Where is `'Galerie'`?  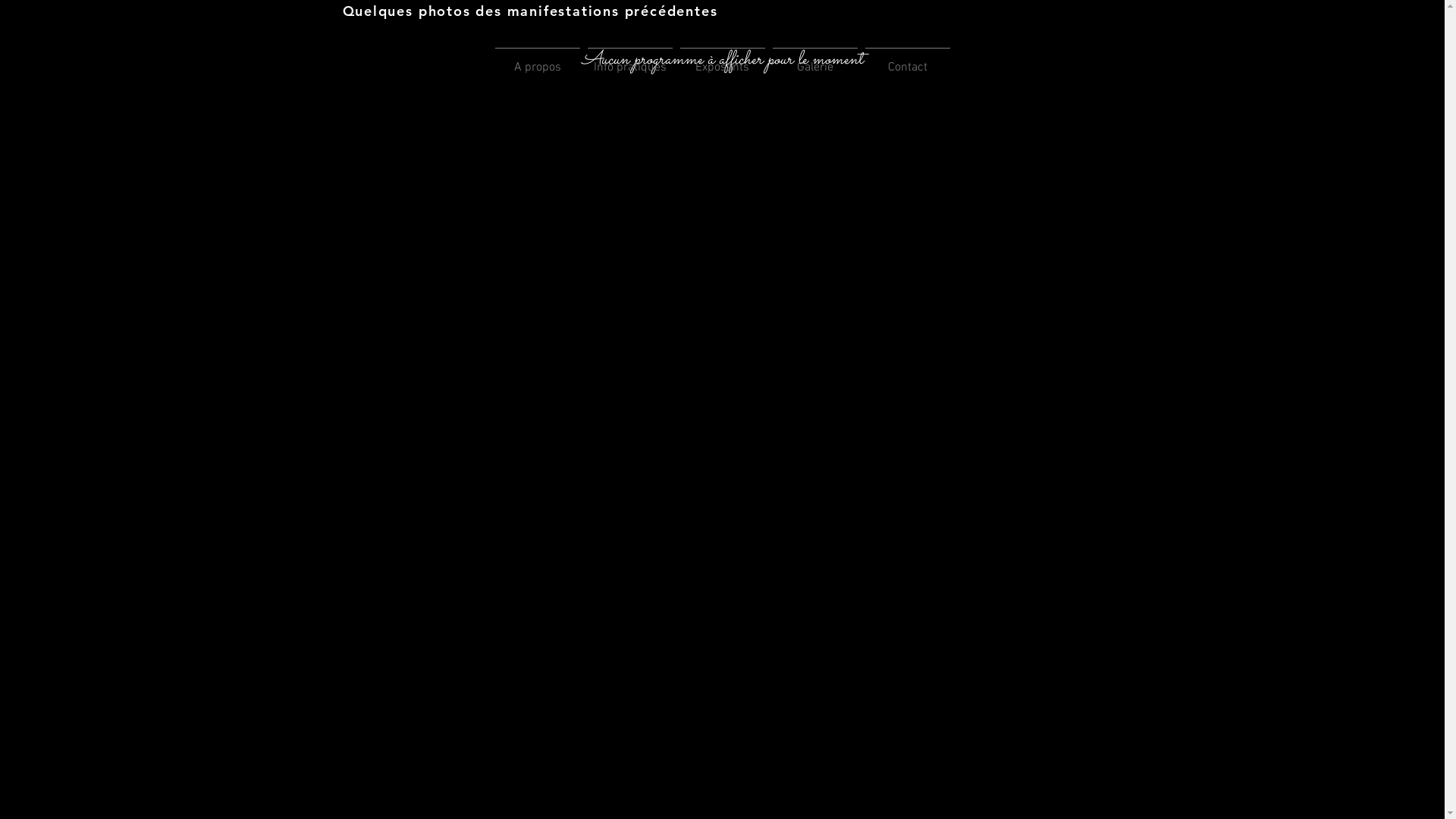
'Galerie' is located at coordinates (814, 60).